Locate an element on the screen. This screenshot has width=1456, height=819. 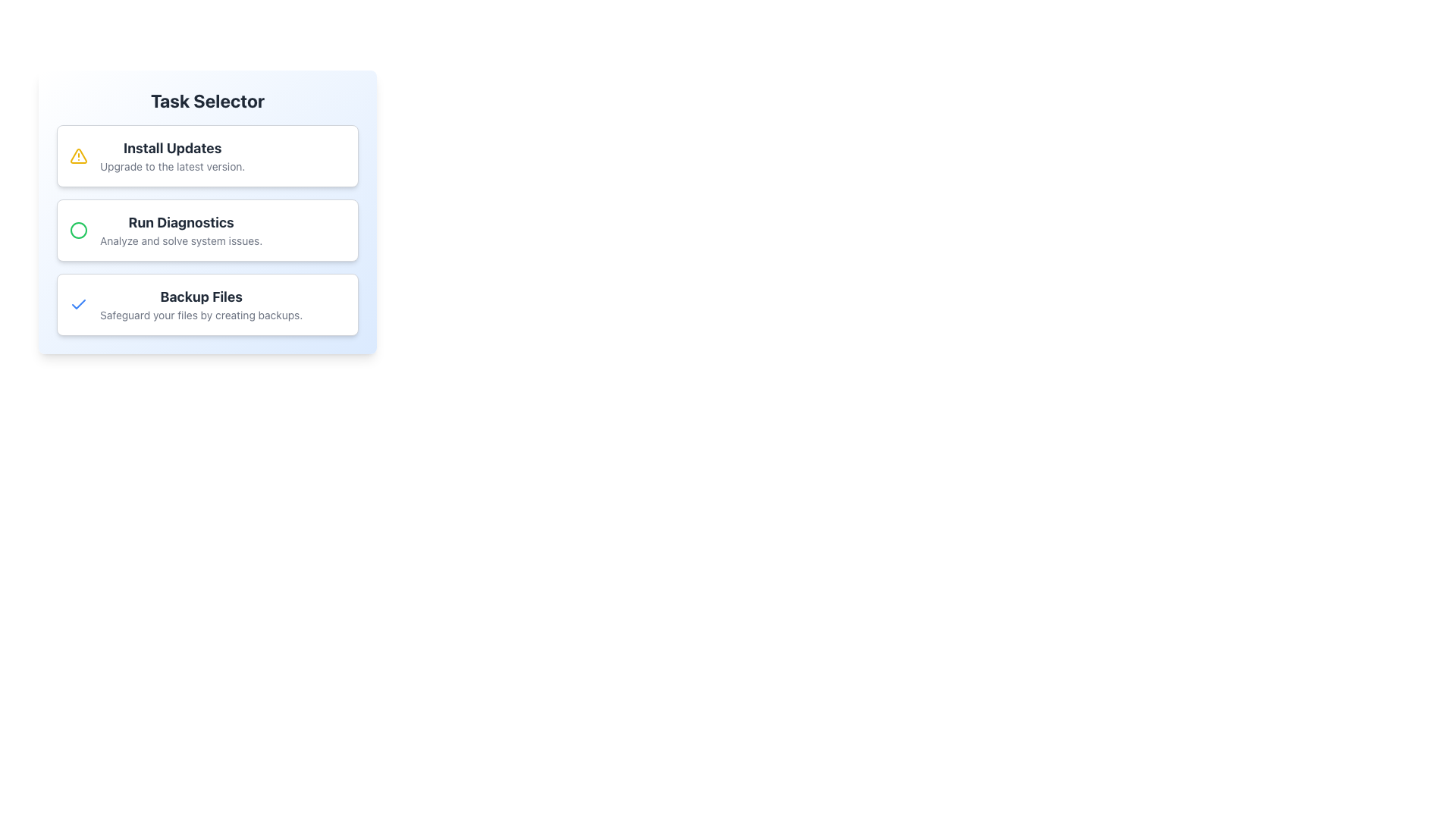
the checkmark icon styled with a bold, blue stroke, located in the left section of the 'Backup Files' button group, near its top-left sector is located at coordinates (78, 304).